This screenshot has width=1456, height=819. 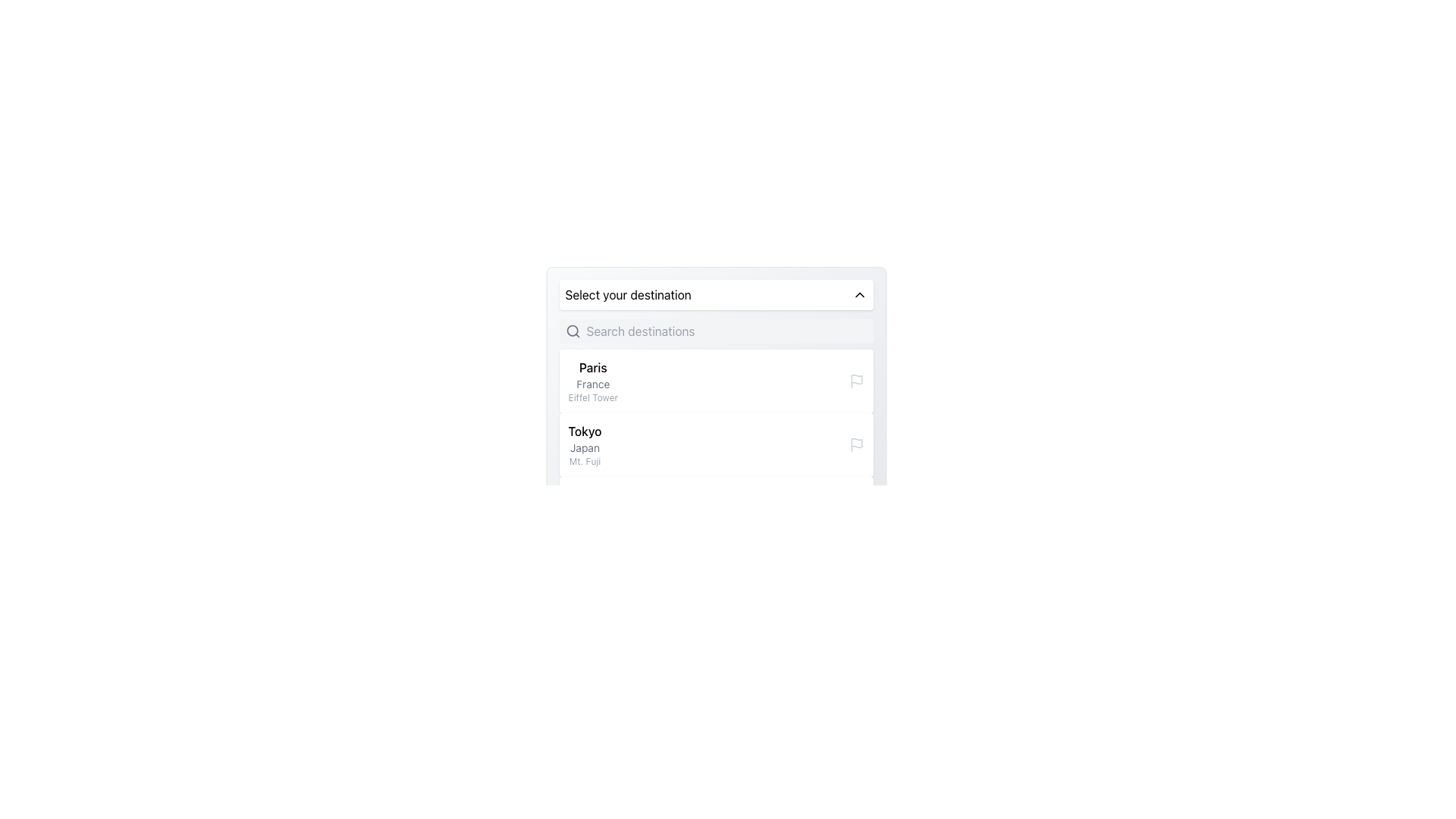 What do you see at coordinates (856, 444) in the screenshot?
I see `the minimalist light gray flag icon located to the far right side of the 'Tokyo' row, which is vertically aligned with the text content of that row` at bounding box center [856, 444].